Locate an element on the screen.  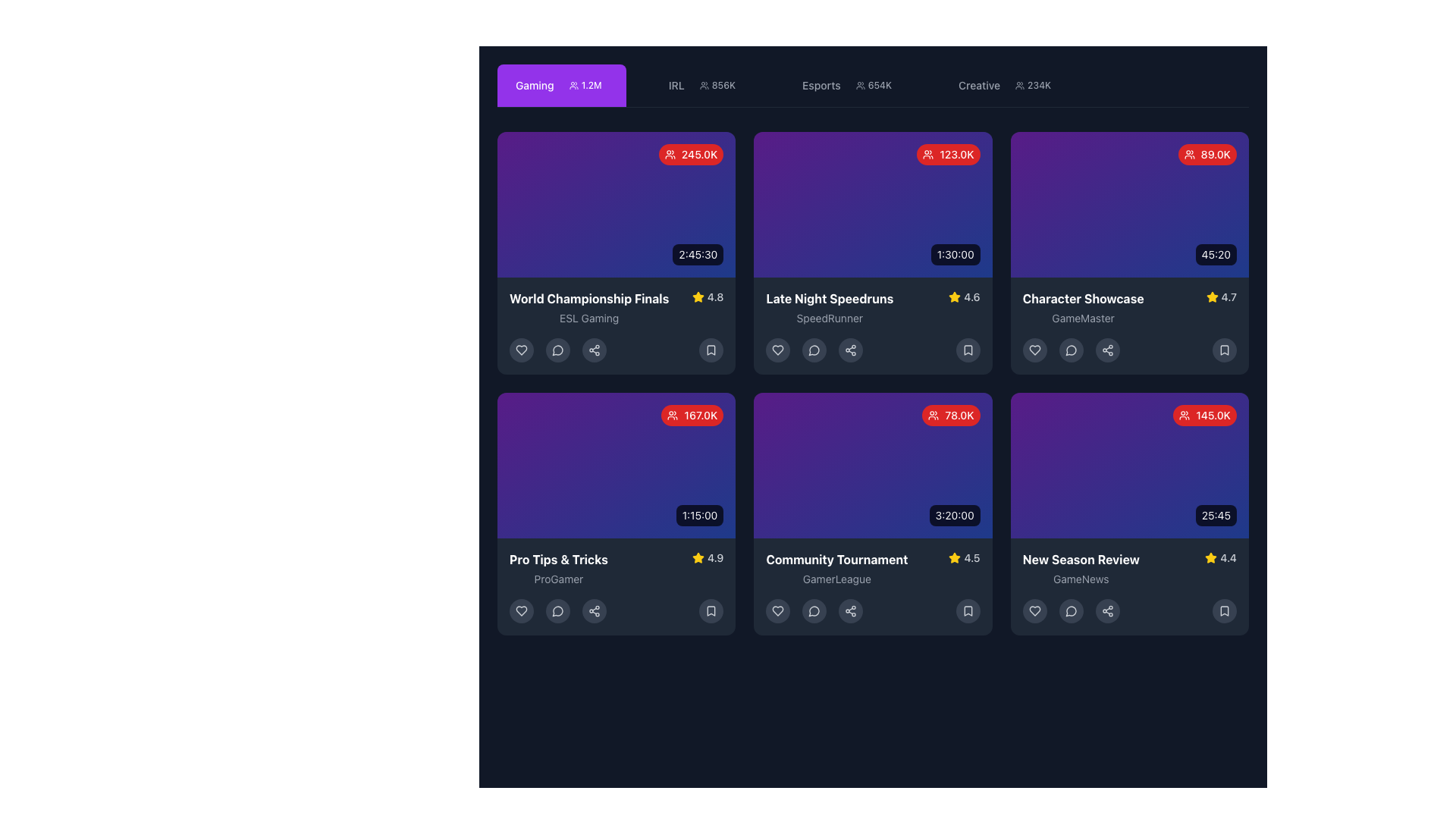
the heart-shaped favorite button located on the first card in the top-left corner of the card grid to mark the content as favorite is located at coordinates (521, 350).